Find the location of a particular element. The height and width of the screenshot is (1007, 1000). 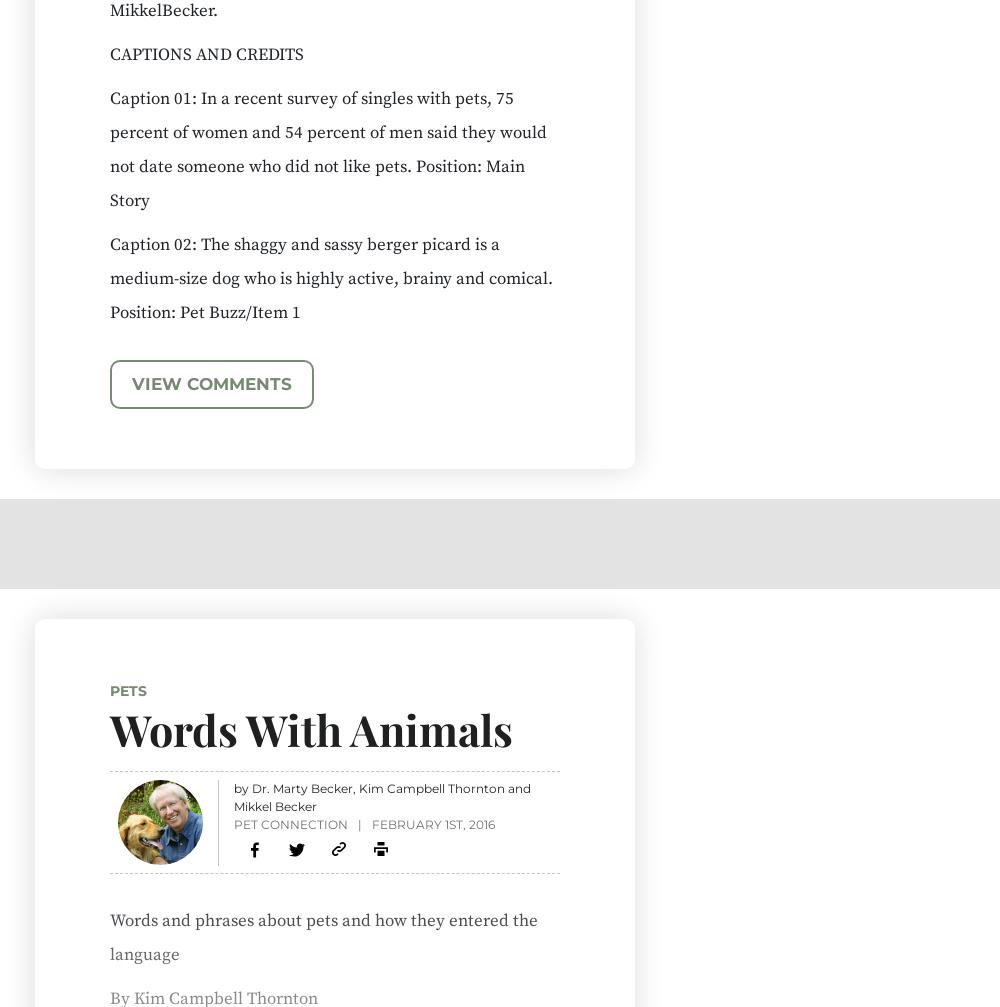

'Words With Animals' is located at coordinates (311, 727).